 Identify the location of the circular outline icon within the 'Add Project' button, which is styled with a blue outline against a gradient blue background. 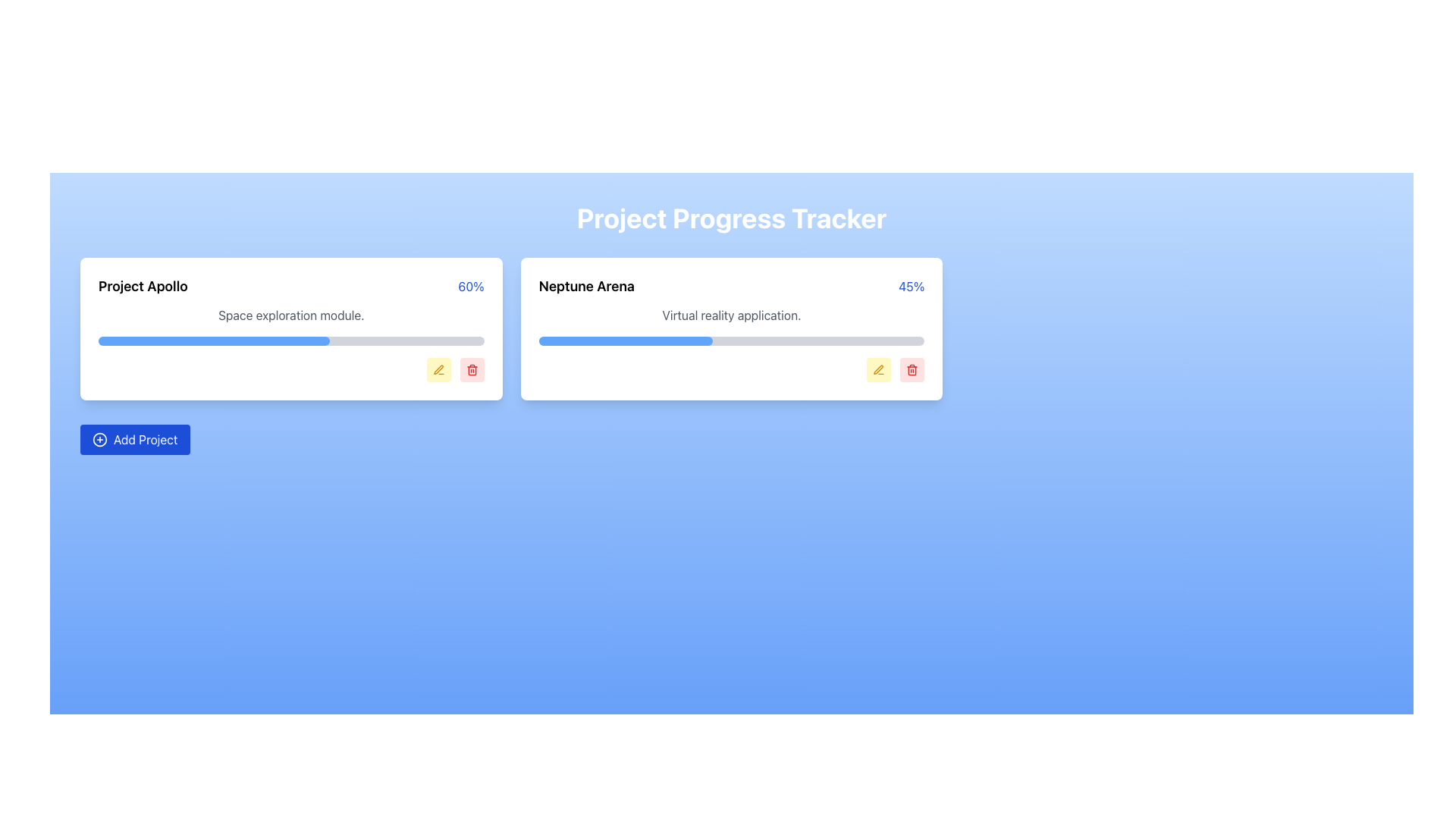
(99, 439).